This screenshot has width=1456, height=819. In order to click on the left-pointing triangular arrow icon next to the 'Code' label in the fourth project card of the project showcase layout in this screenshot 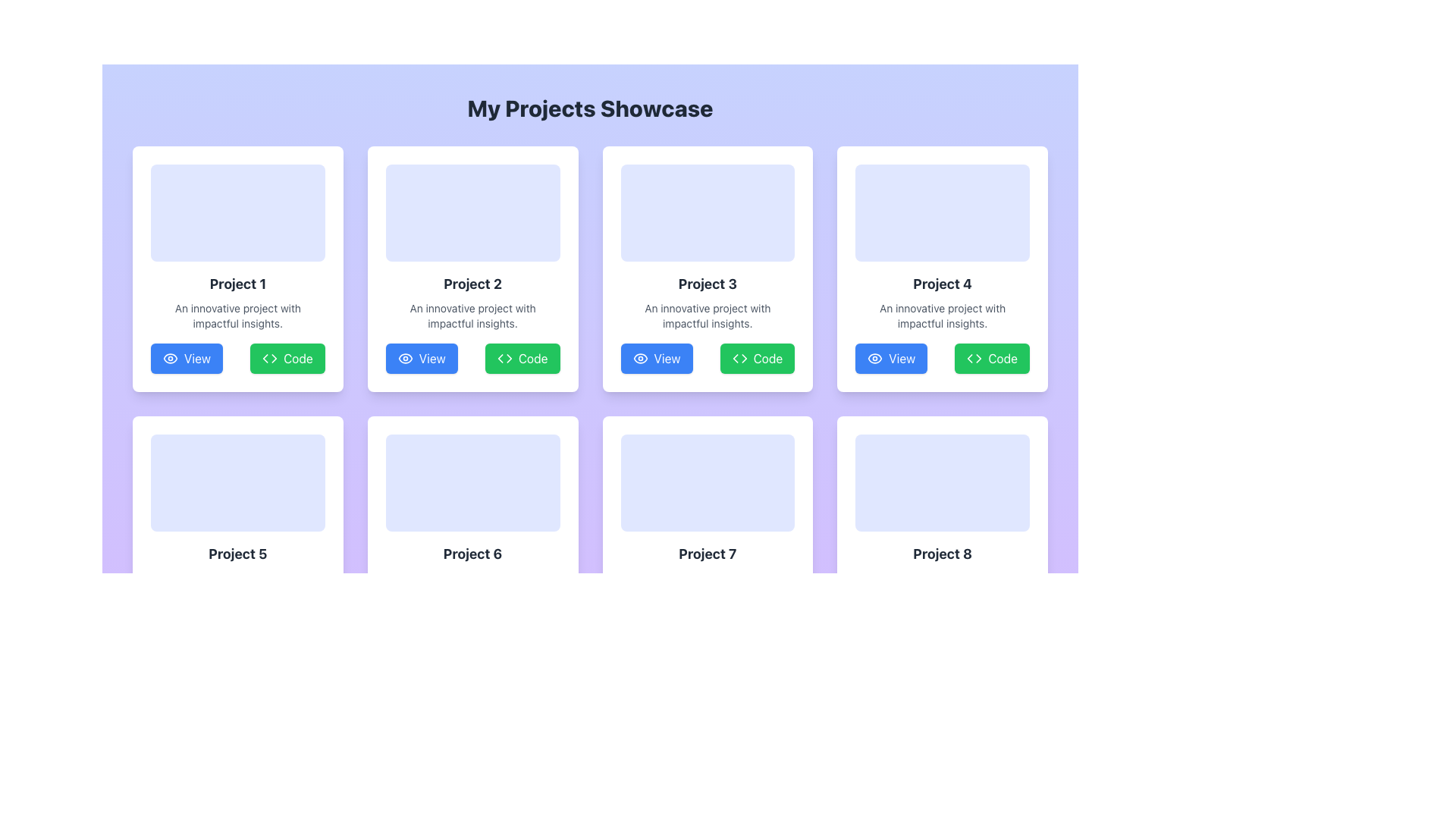, I will do `click(979, 359)`.